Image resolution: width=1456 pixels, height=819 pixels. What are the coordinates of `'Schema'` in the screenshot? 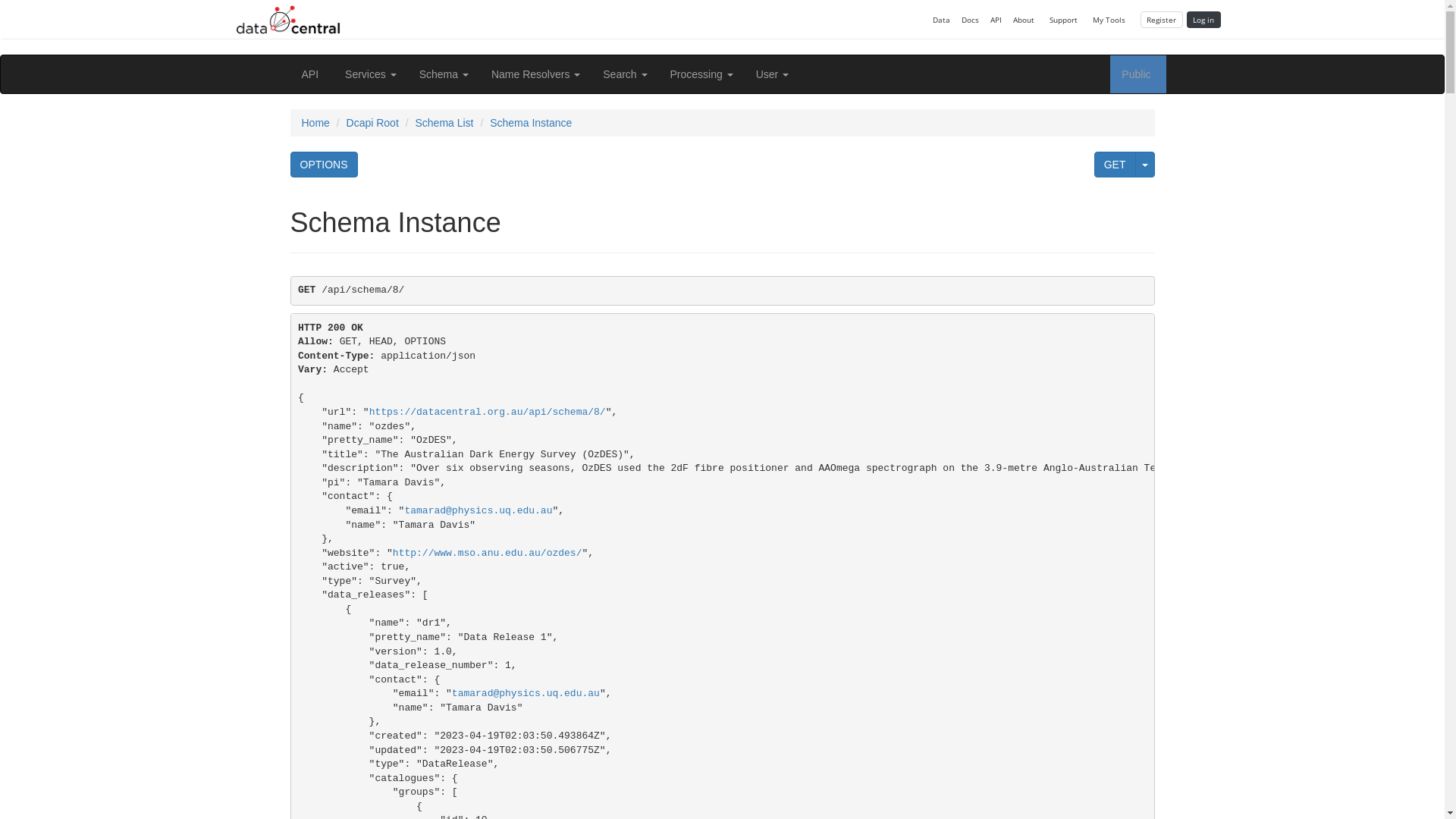 It's located at (443, 74).